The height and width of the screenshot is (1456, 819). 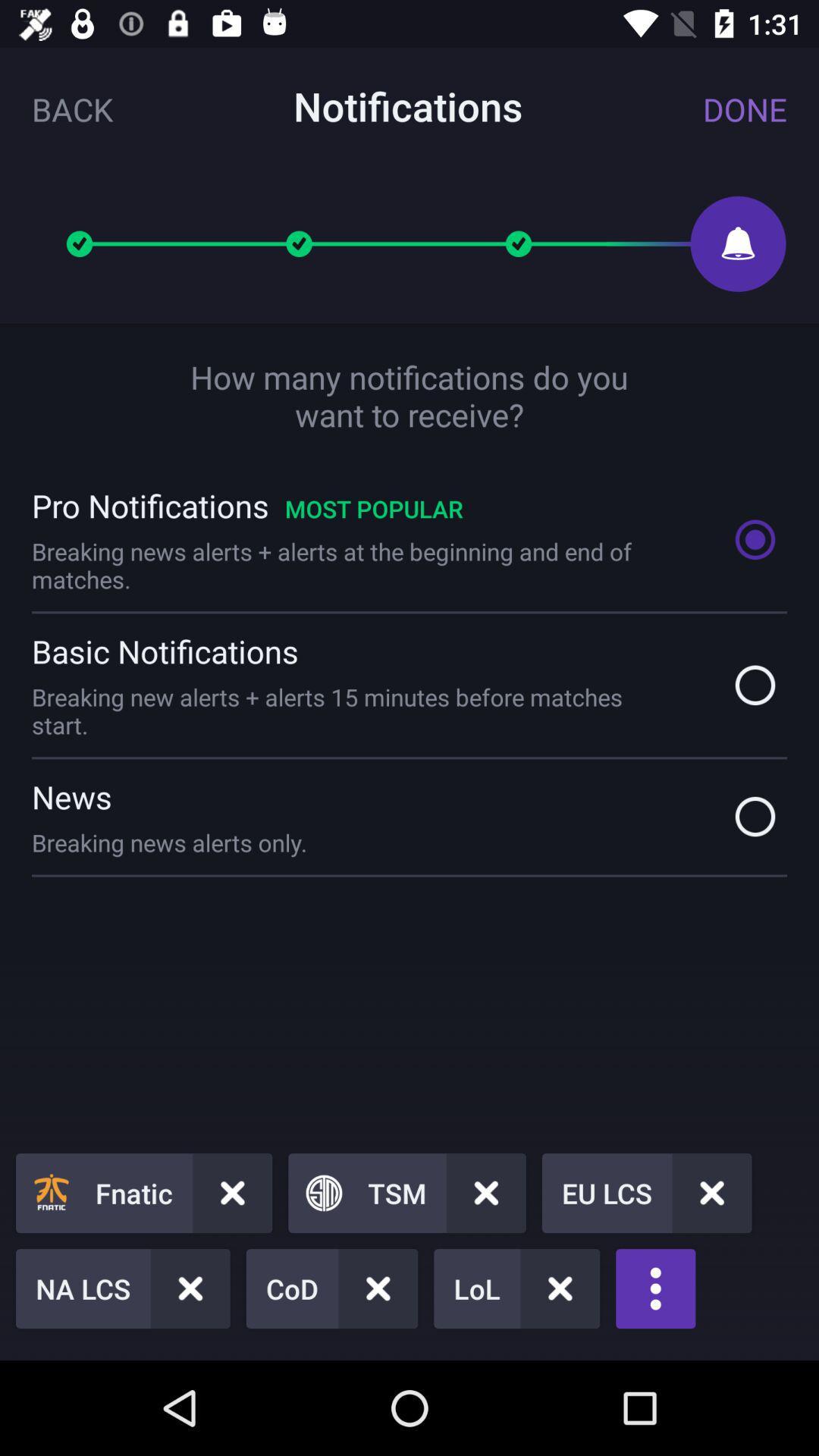 What do you see at coordinates (744, 108) in the screenshot?
I see `the icon next to notifications` at bounding box center [744, 108].